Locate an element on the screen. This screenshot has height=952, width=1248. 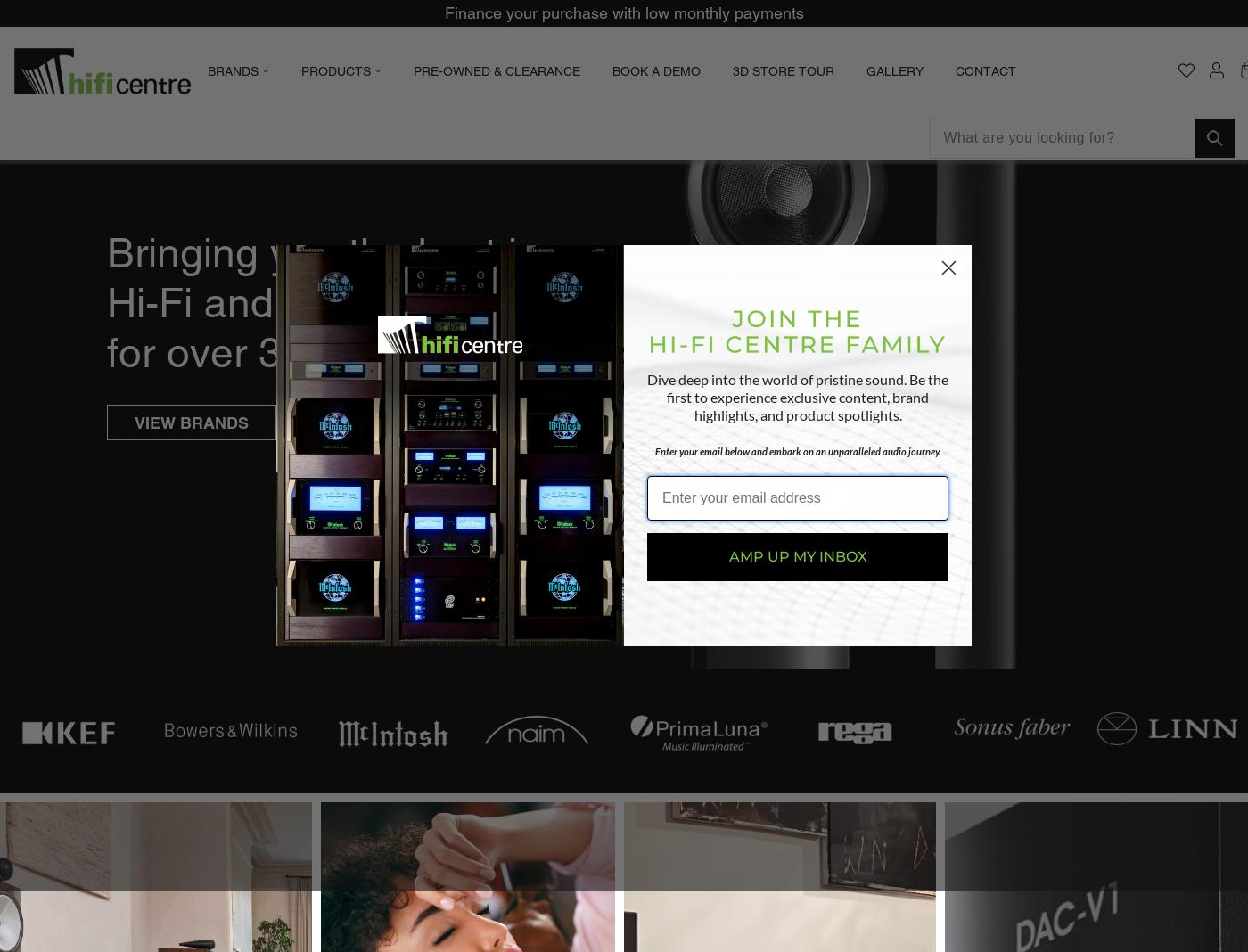
'JVC' is located at coordinates (368, 370).